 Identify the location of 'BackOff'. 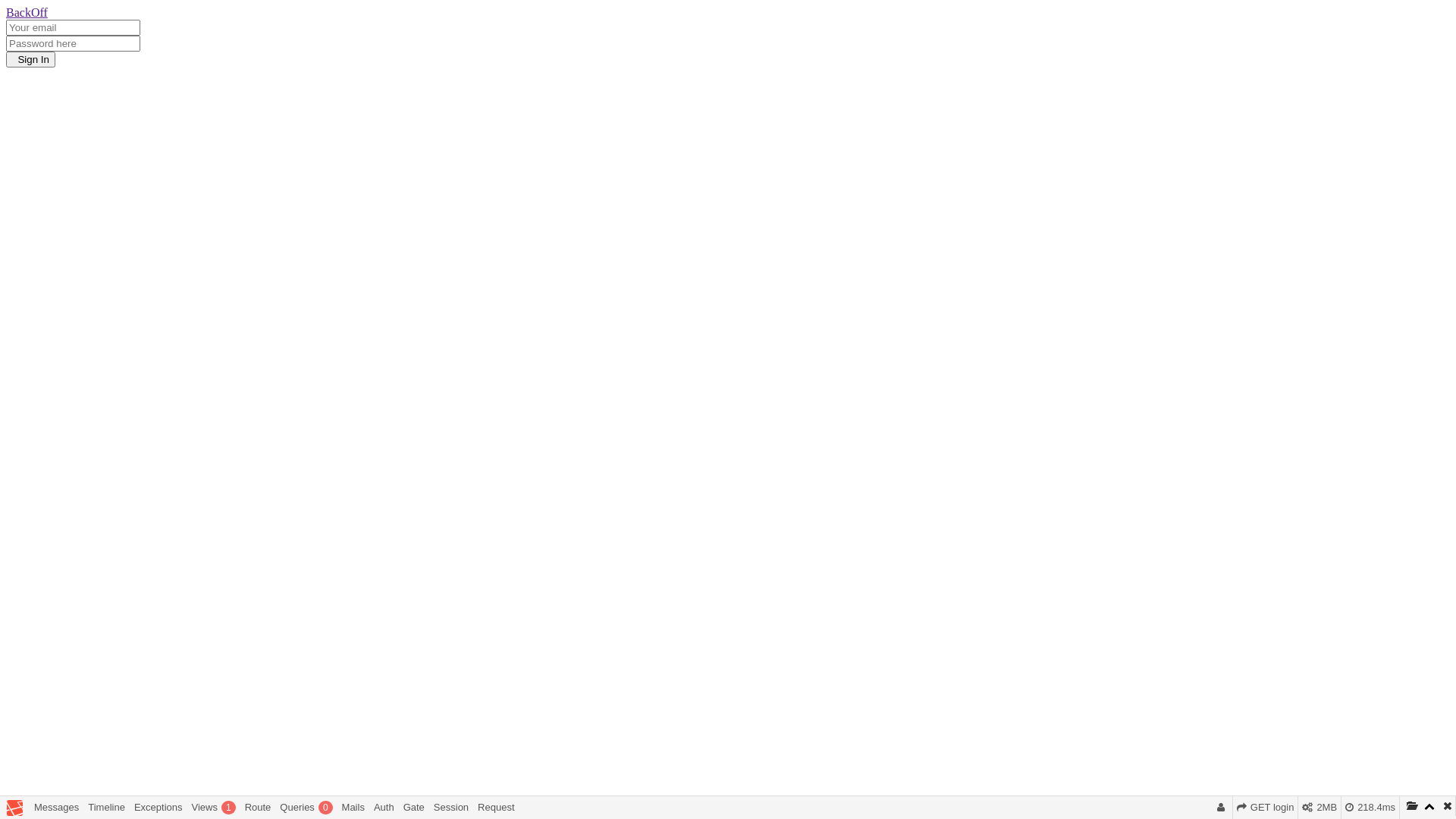
(27, 12).